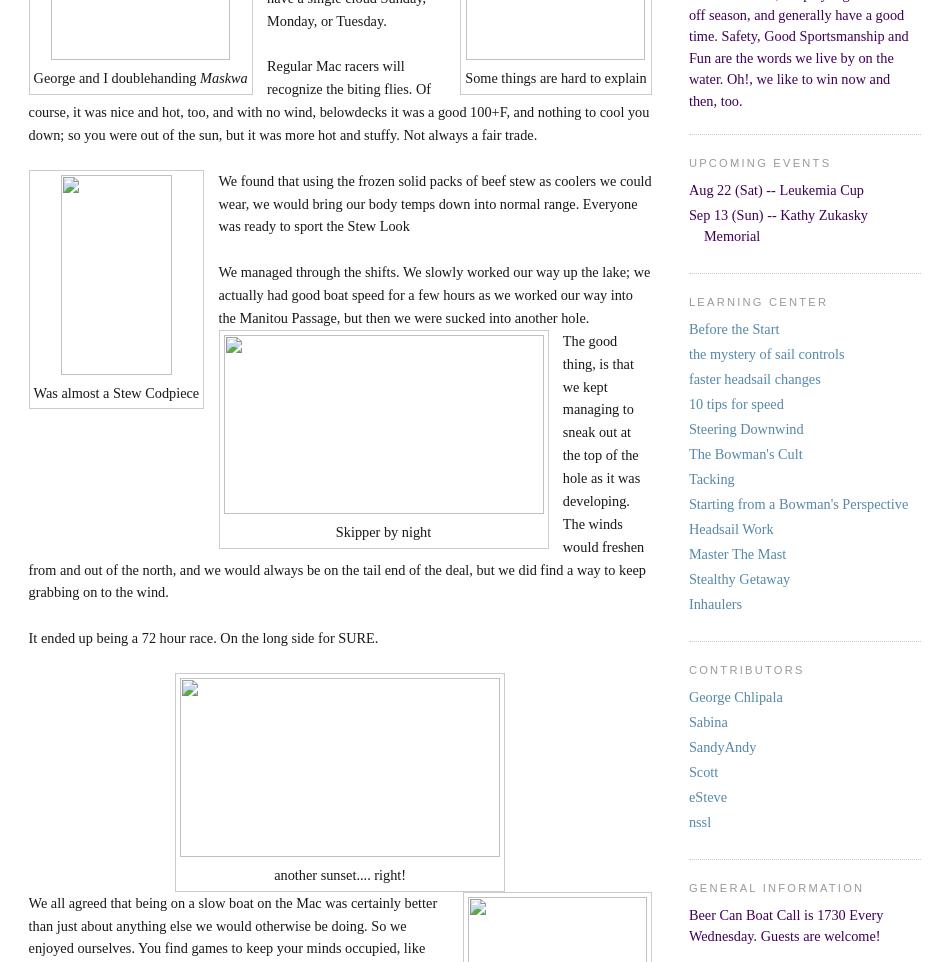  Describe the element at coordinates (744, 427) in the screenshot. I see `'Steering Downwind'` at that location.